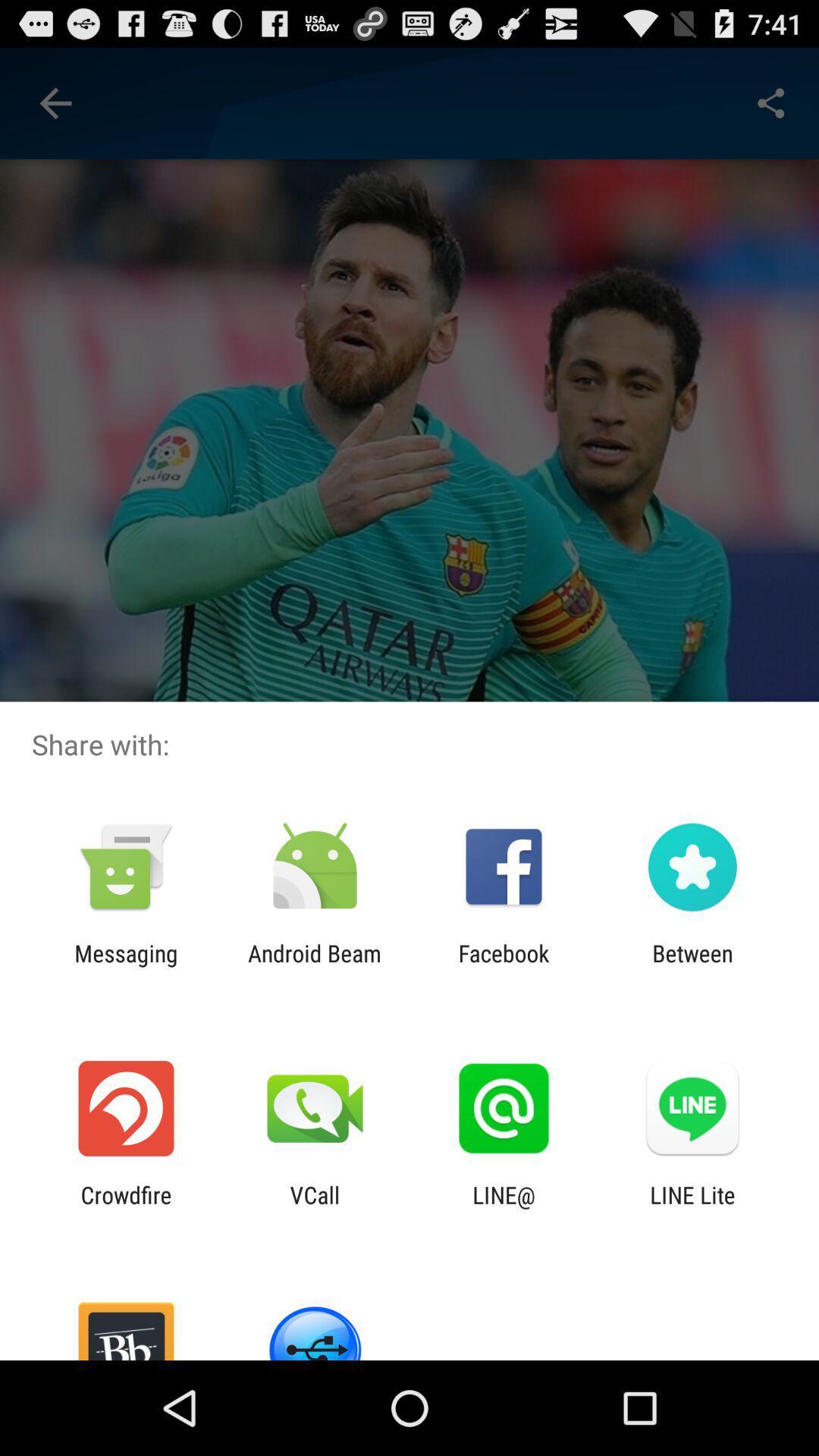 Image resolution: width=819 pixels, height=1456 pixels. Describe the element at coordinates (125, 966) in the screenshot. I see `item next to the android beam` at that location.